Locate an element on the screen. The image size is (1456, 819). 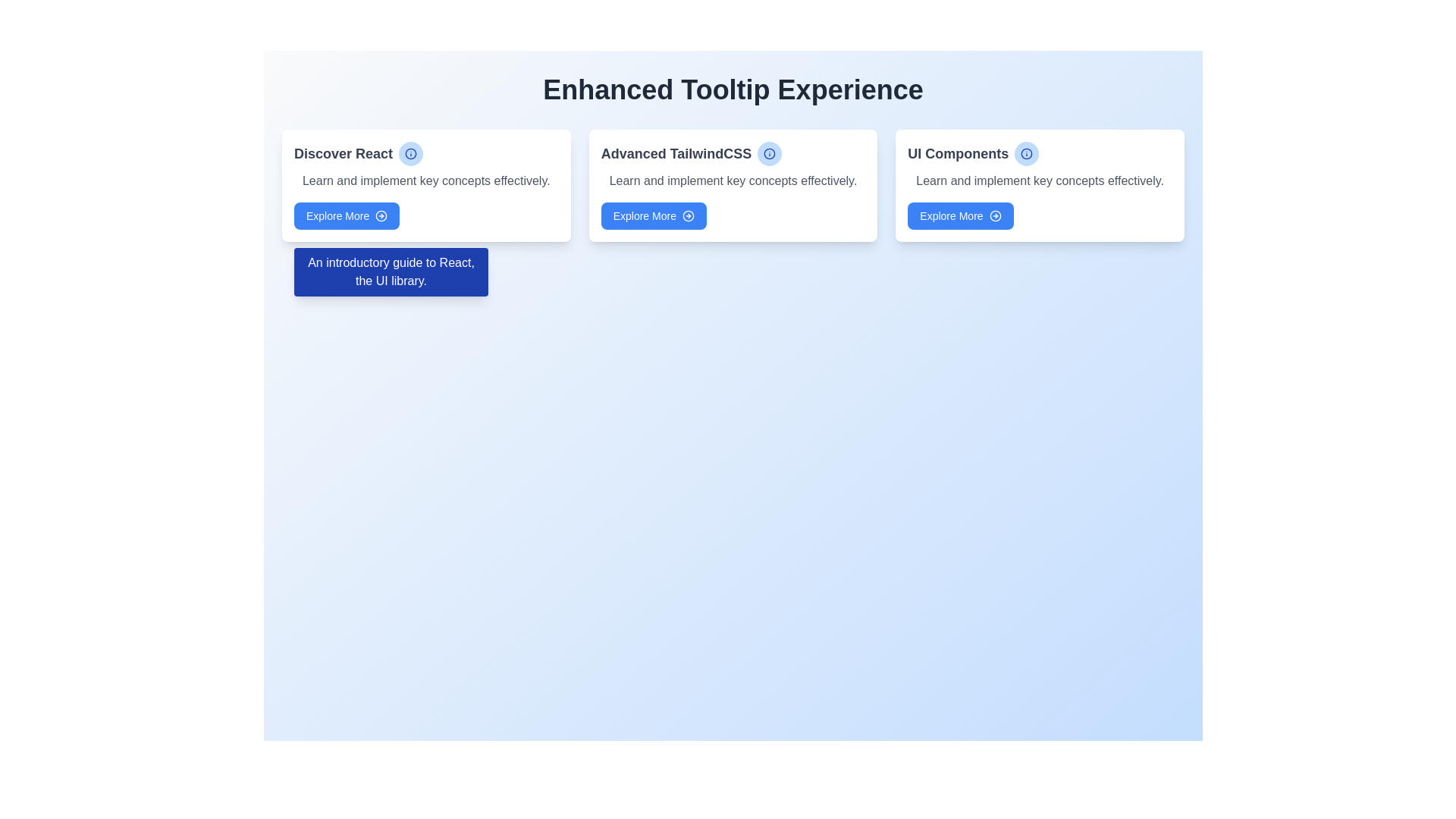
the Interactive icon button located immediately to the right of the 'Advanced TailwindCSS' section title is located at coordinates (770, 154).